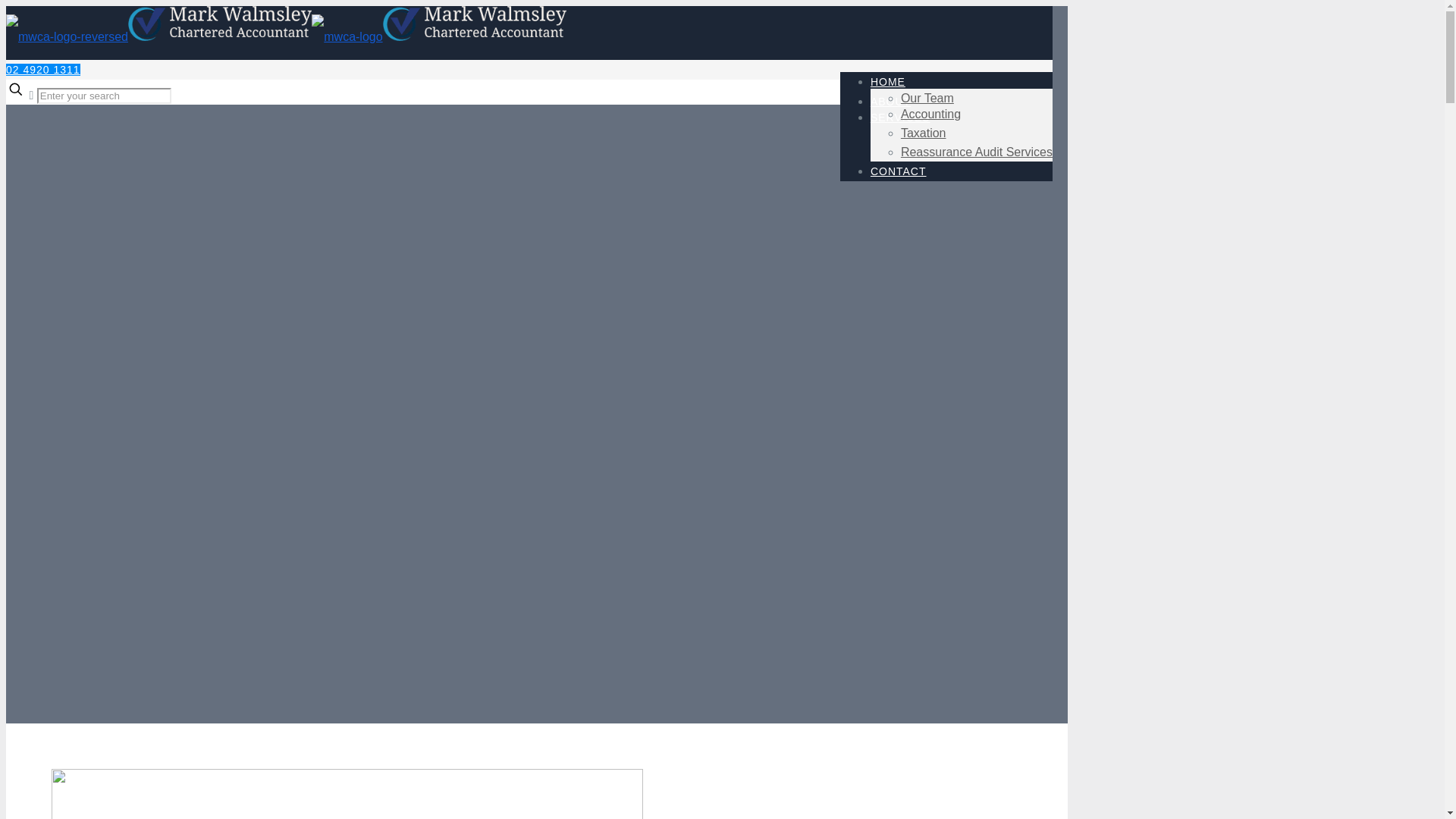 Image resolution: width=1456 pixels, height=819 pixels. What do you see at coordinates (930, 113) in the screenshot?
I see `'Accounting'` at bounding box center [930, 113].